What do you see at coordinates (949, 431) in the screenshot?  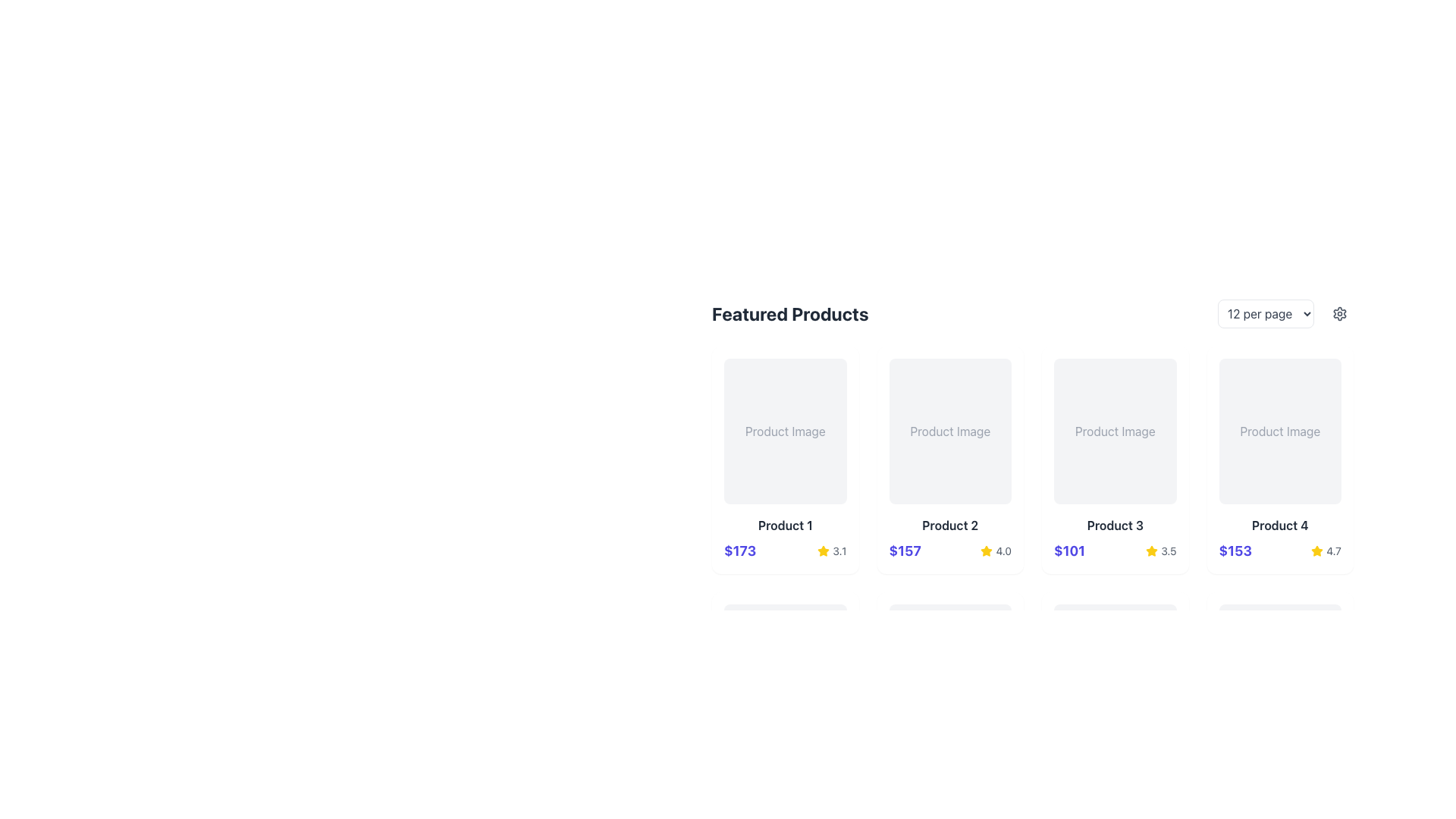 I see `the 'Product Image' placeholder, which is a rectangular section with a light gray background and rounded corners located in the 'Product 2' card` at bounding box center [949, 431].